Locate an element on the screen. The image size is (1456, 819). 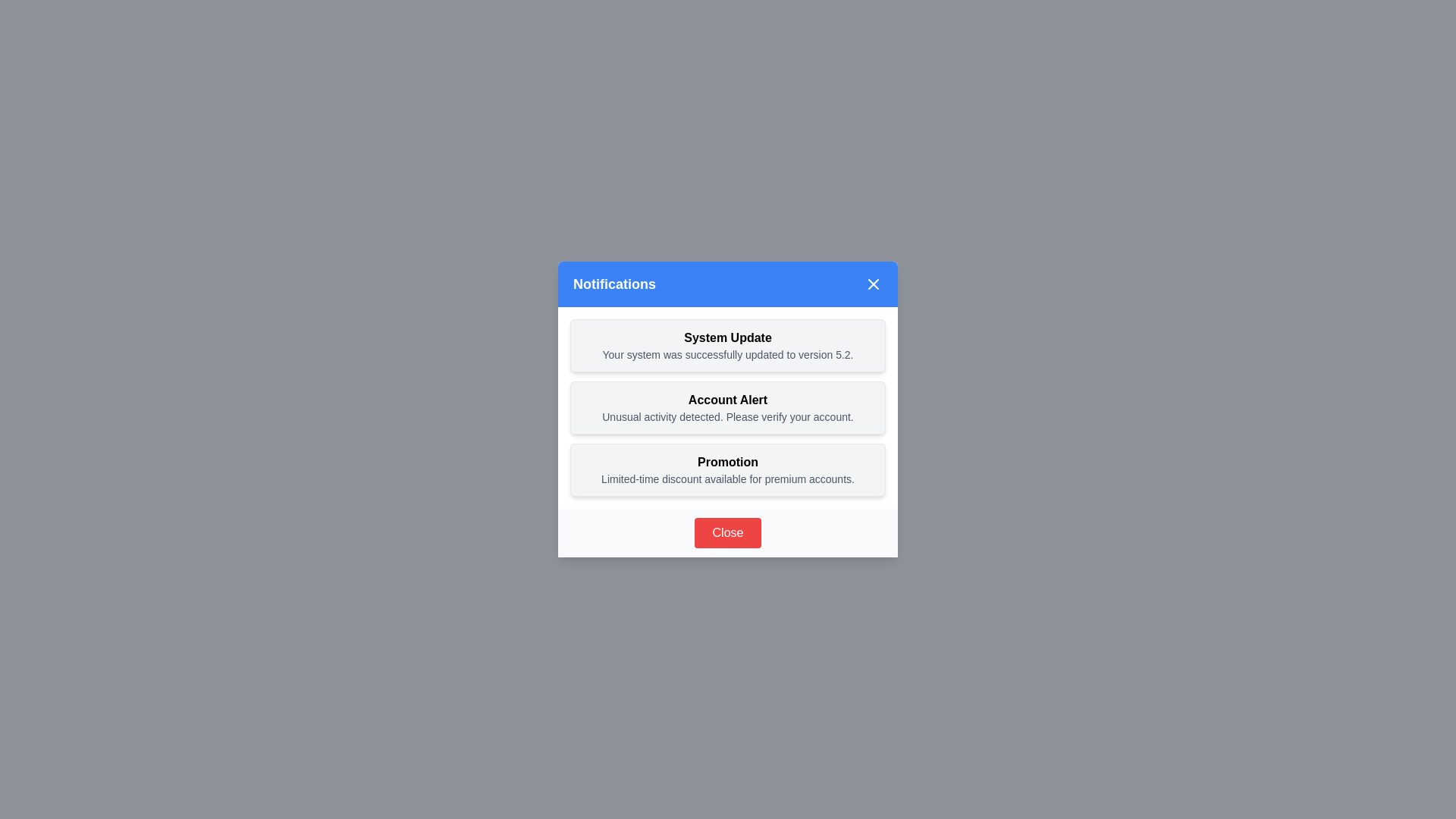
the close button at the bottom of the 'Notifications' modal is located at coordinates (728, 532).